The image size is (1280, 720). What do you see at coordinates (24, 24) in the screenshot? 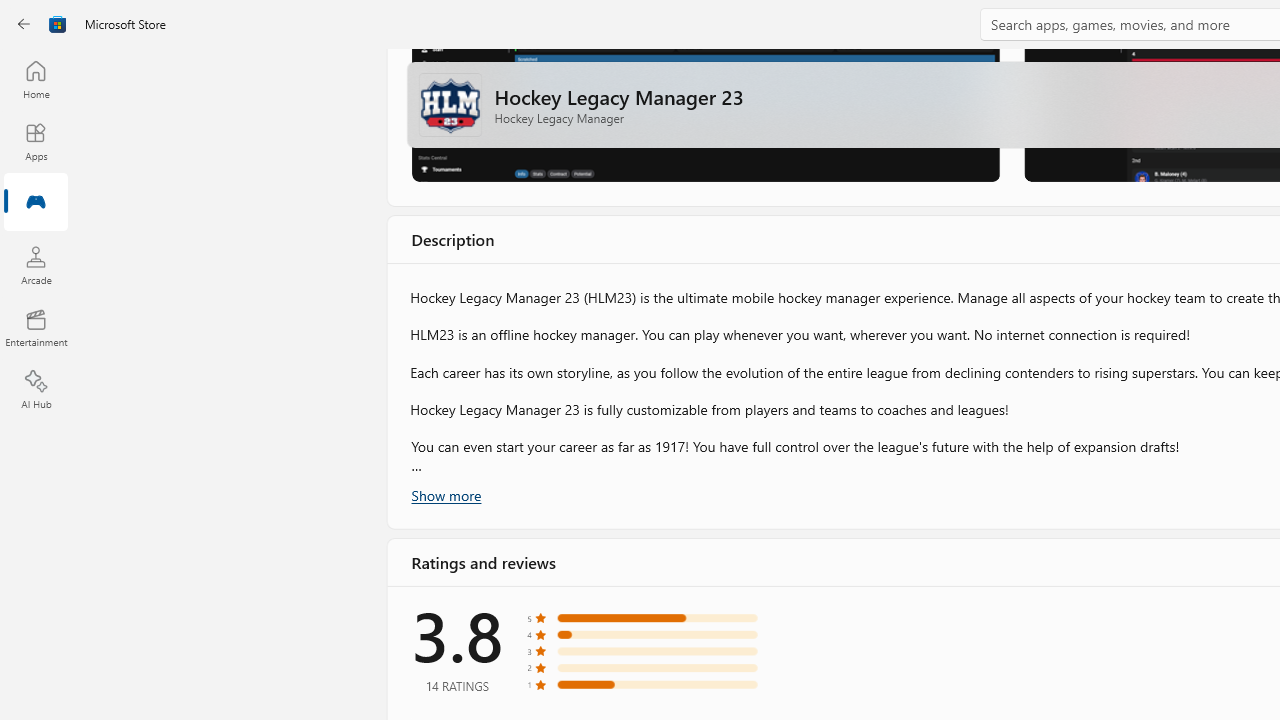
I see `'Back'` at bounding box center [24, 24].